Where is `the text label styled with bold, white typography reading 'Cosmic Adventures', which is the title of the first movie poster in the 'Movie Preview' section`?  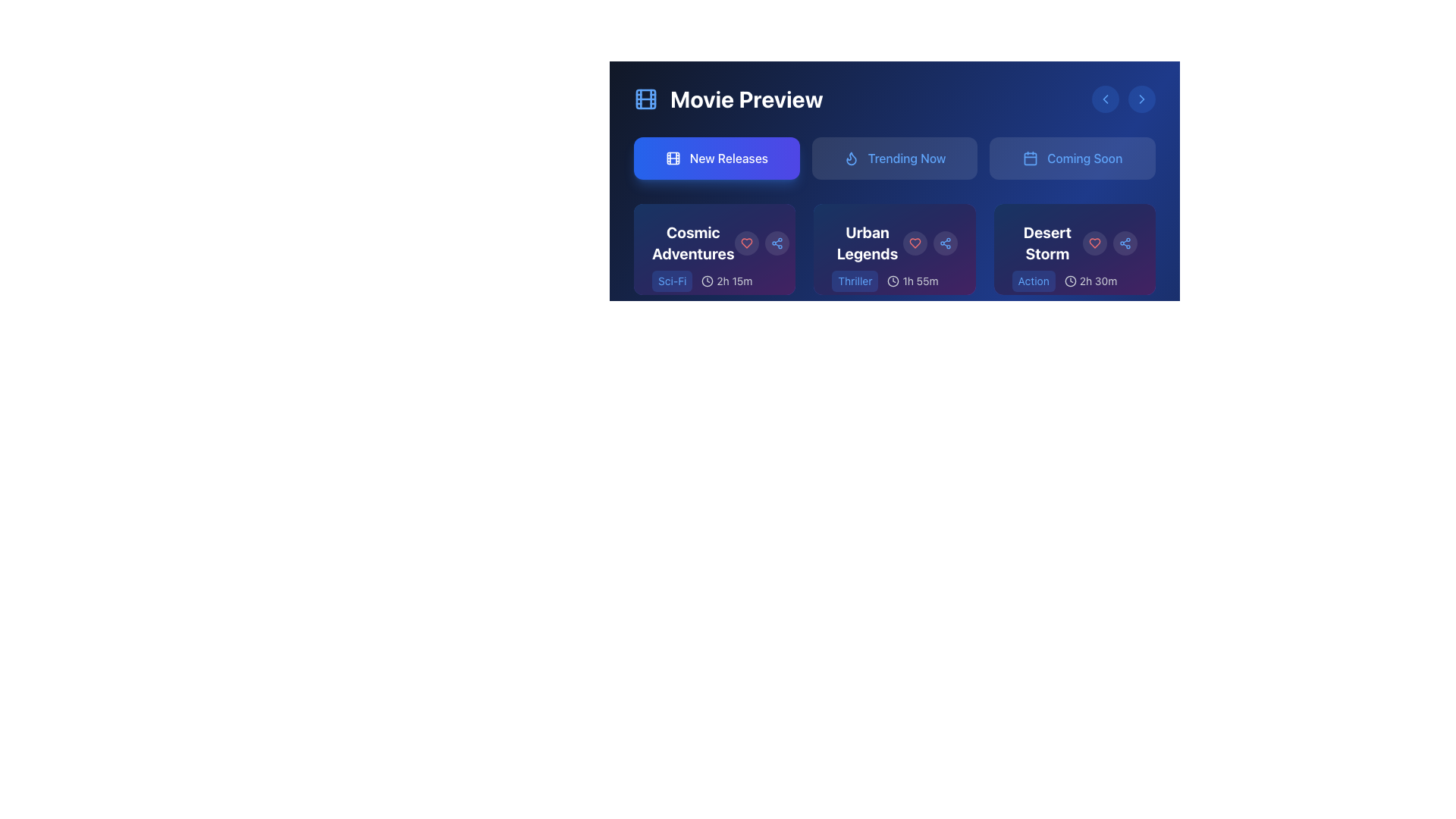 the text label styled with bold, white typography reading 'Cosmic Adventures', which is the title of the first movie poster in the 'Movie Preview' section is located at coordinates (692, 242).